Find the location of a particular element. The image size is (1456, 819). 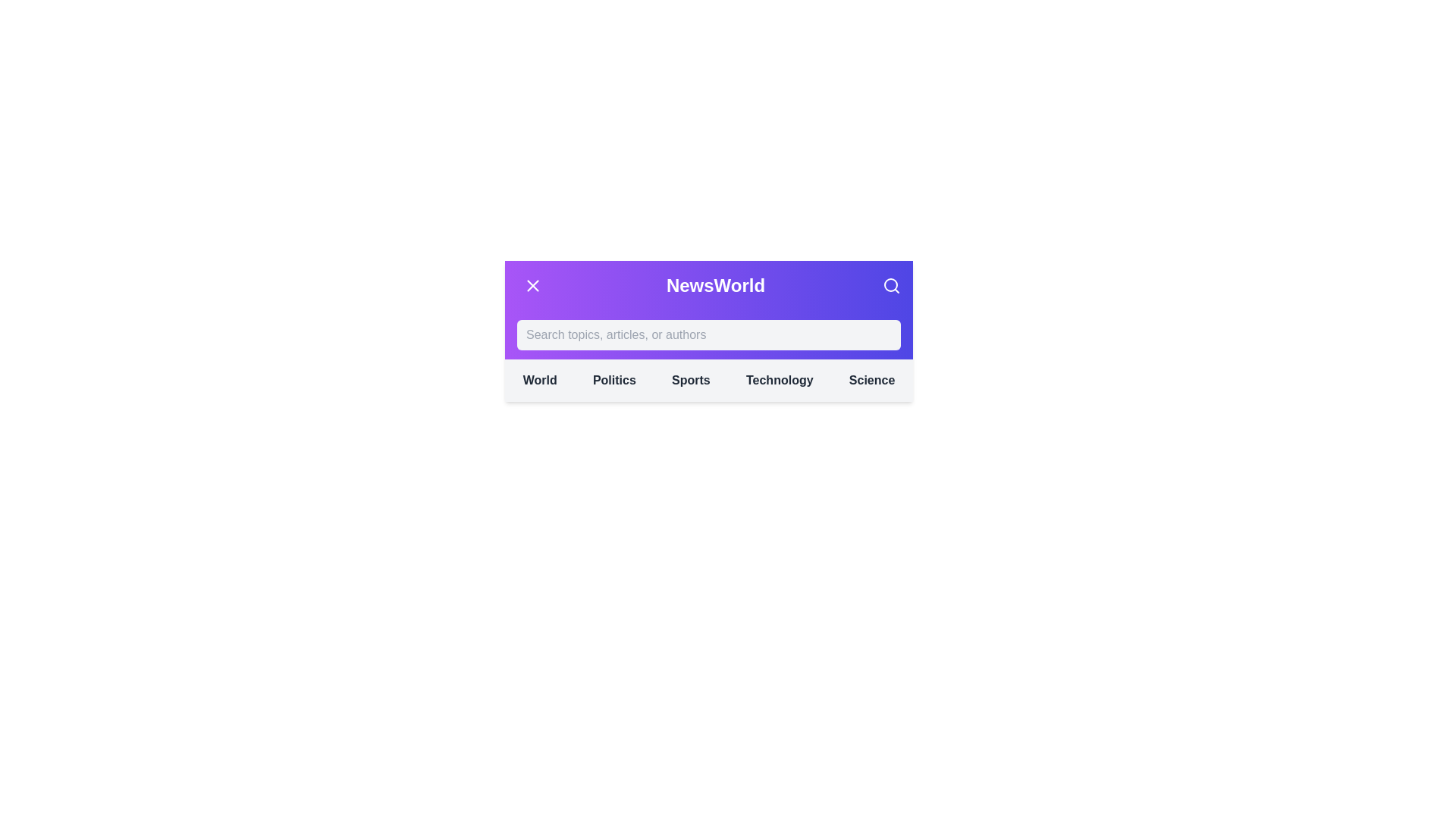

search icon to toggle the search bar expansion is located at coordinates (892, 286).